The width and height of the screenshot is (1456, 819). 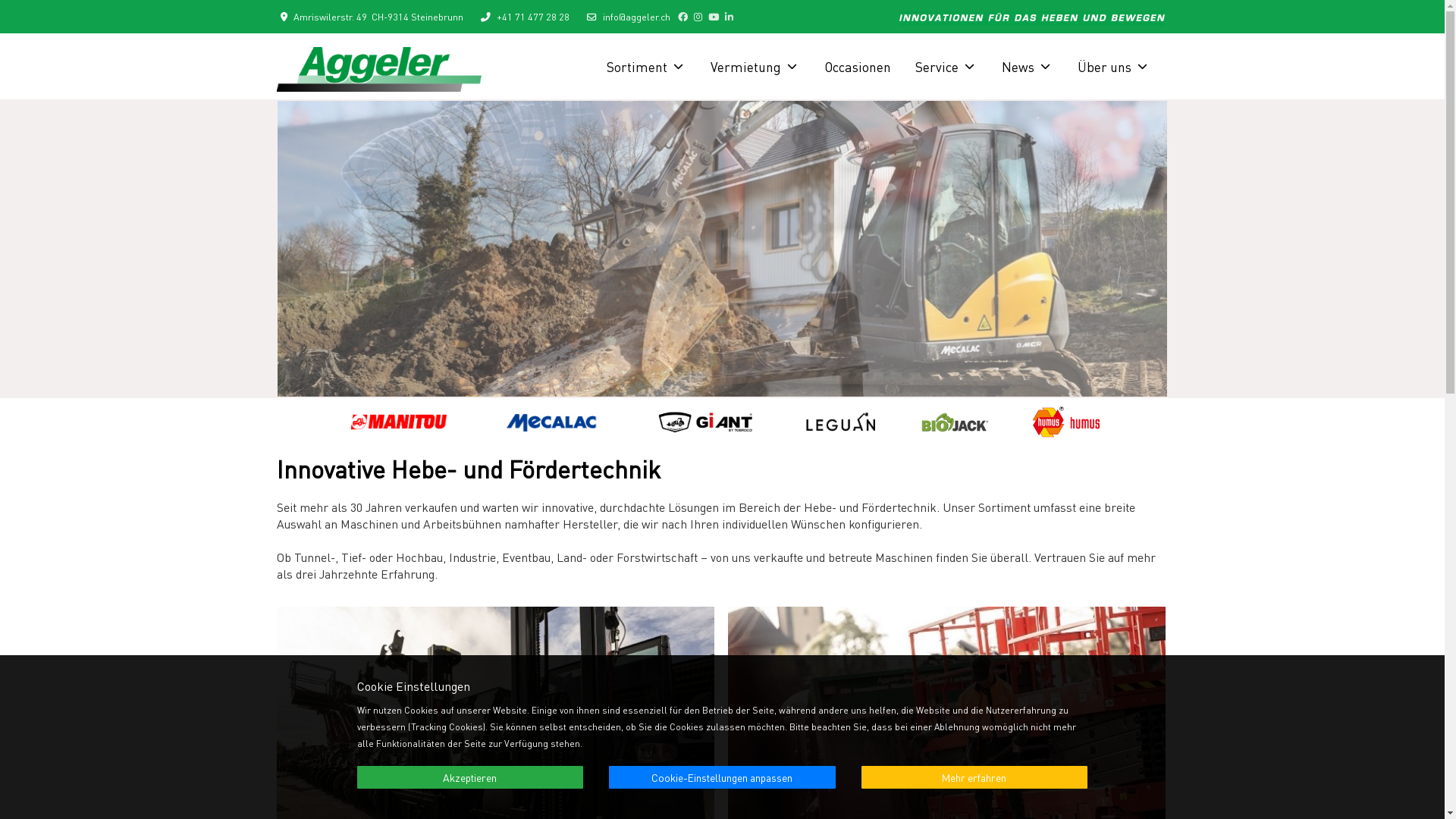 What do you see at coordinates (469, 777) in the screenshot?
I see `'Akzeptieren'` at bounding box center [469, 777].